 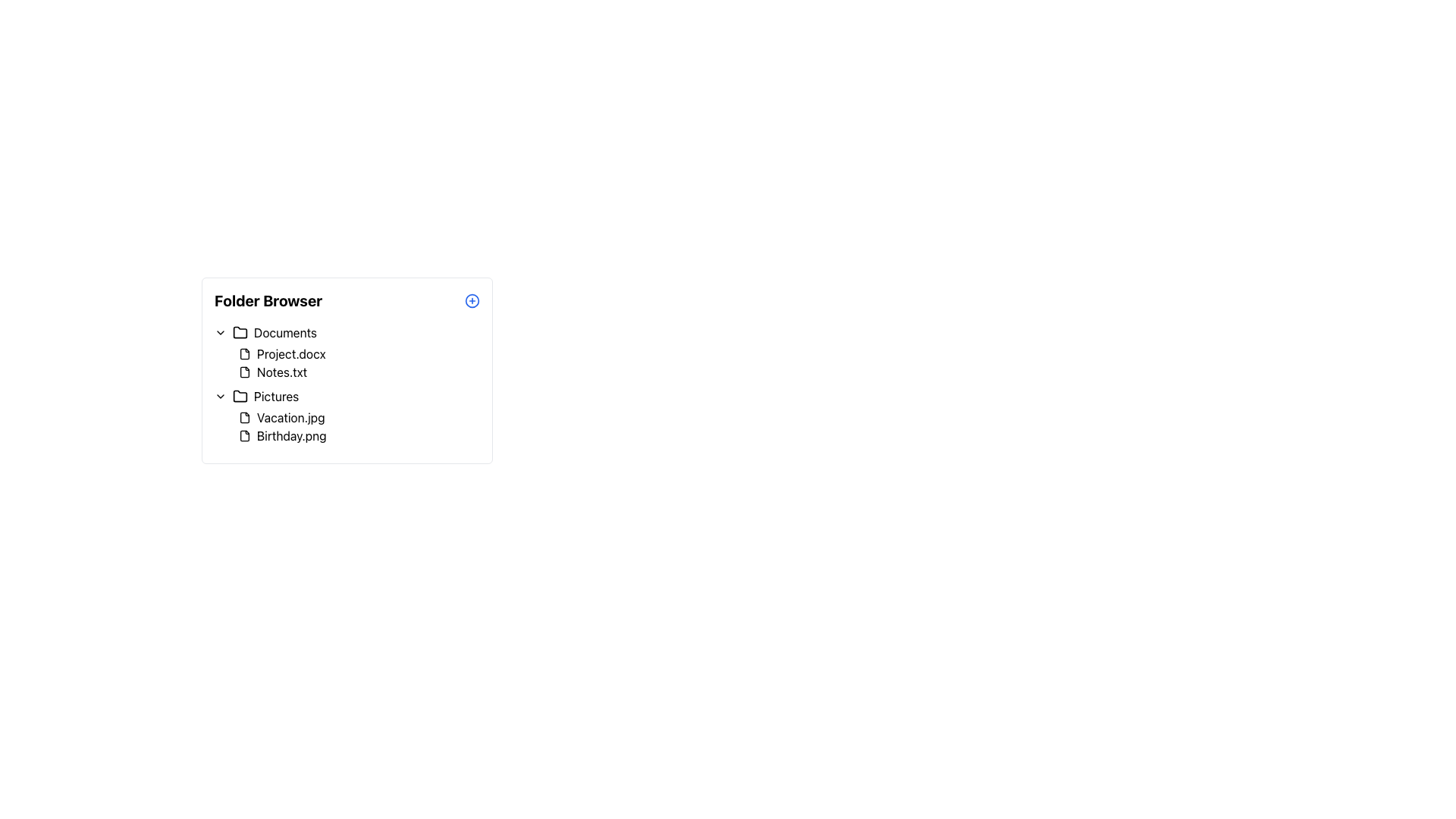 I want to click on the interactive button for adding a new folder within the 'Folder Browser' interface, so click(x=472, y=301).